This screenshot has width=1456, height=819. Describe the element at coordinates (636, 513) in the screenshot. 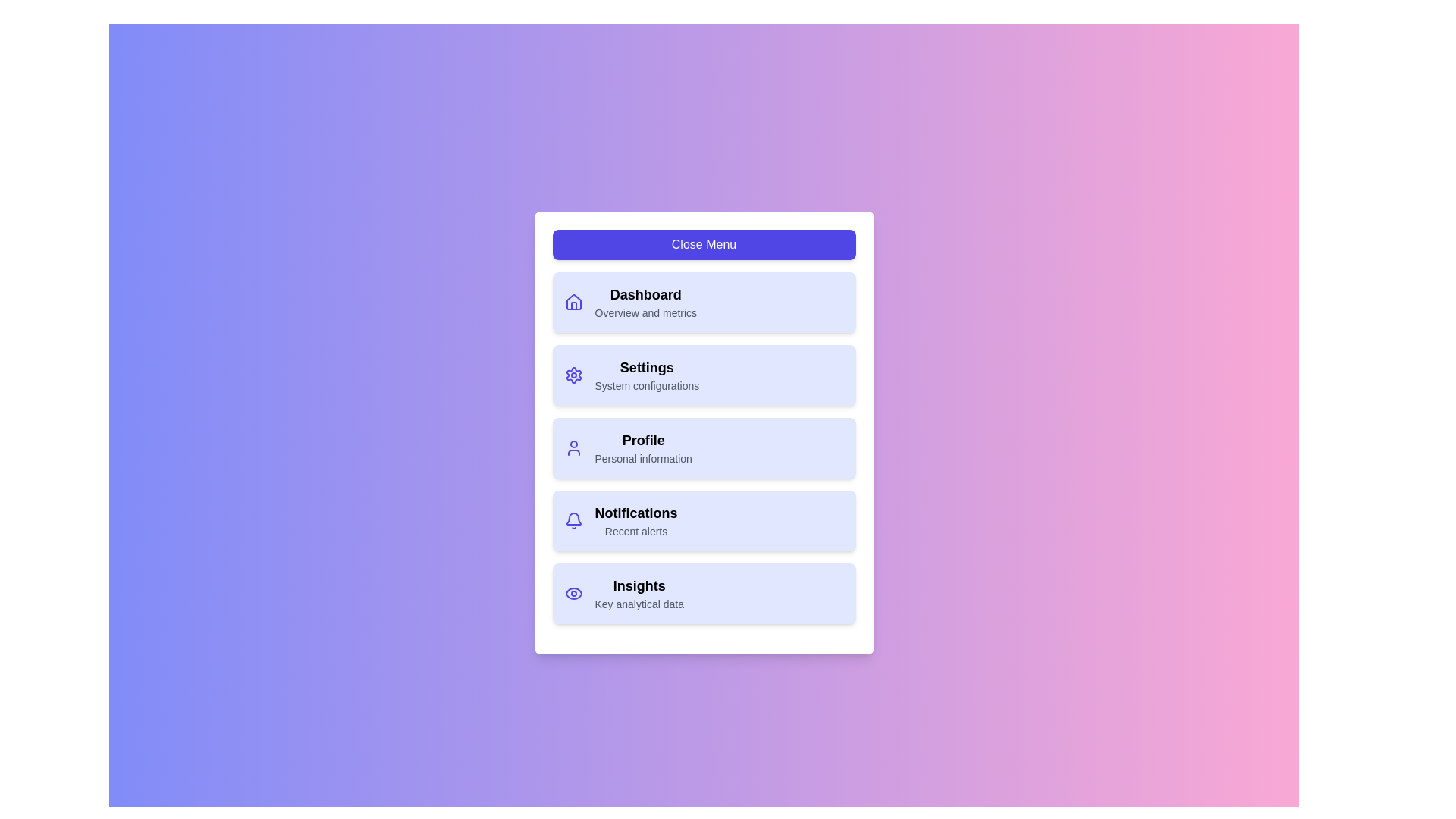

I see `the text of the menu item labeled Notifications` at that location.